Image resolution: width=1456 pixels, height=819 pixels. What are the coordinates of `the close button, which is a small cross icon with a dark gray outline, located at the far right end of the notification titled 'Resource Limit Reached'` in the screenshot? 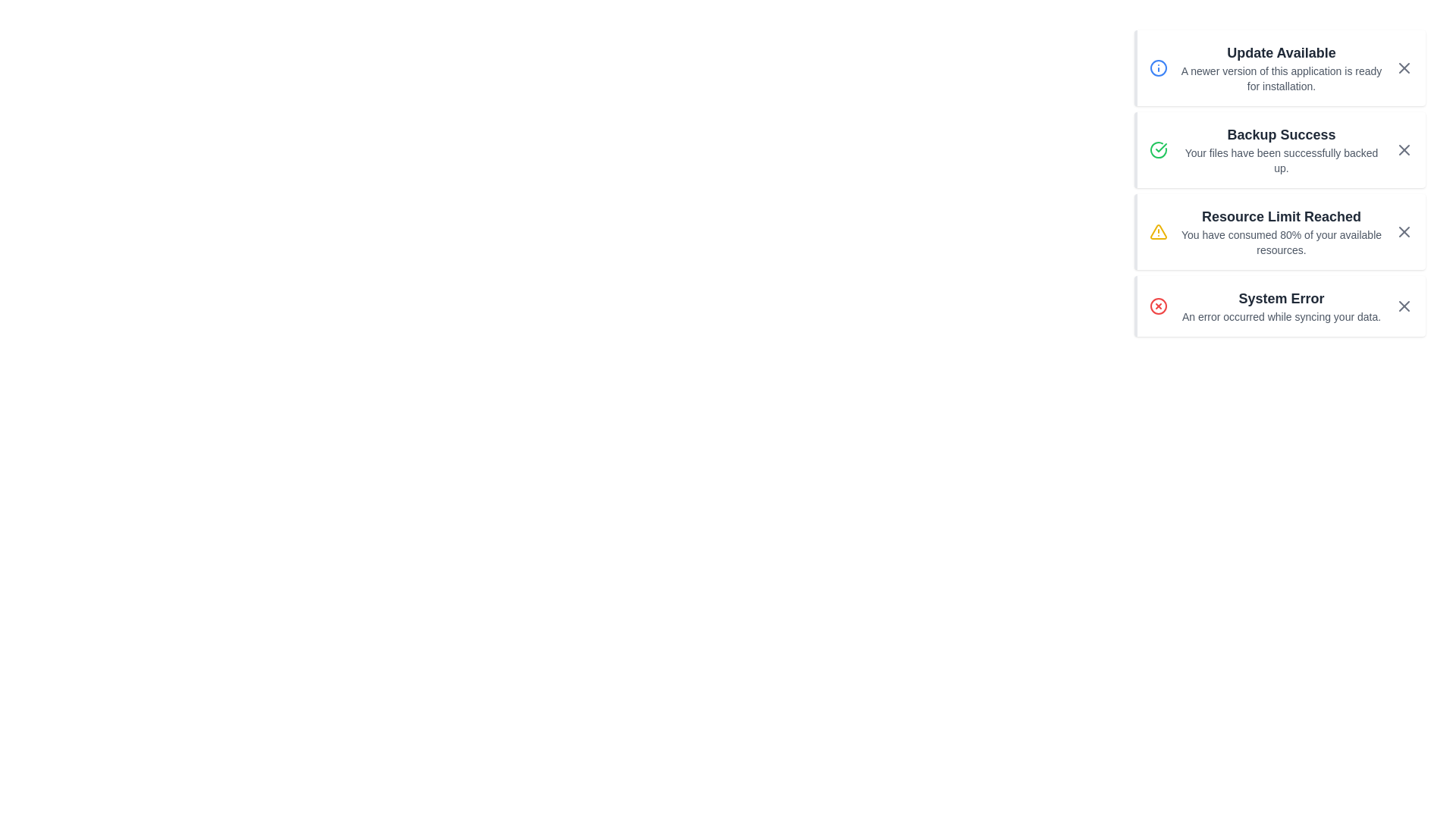 It's located at (1404, 231).